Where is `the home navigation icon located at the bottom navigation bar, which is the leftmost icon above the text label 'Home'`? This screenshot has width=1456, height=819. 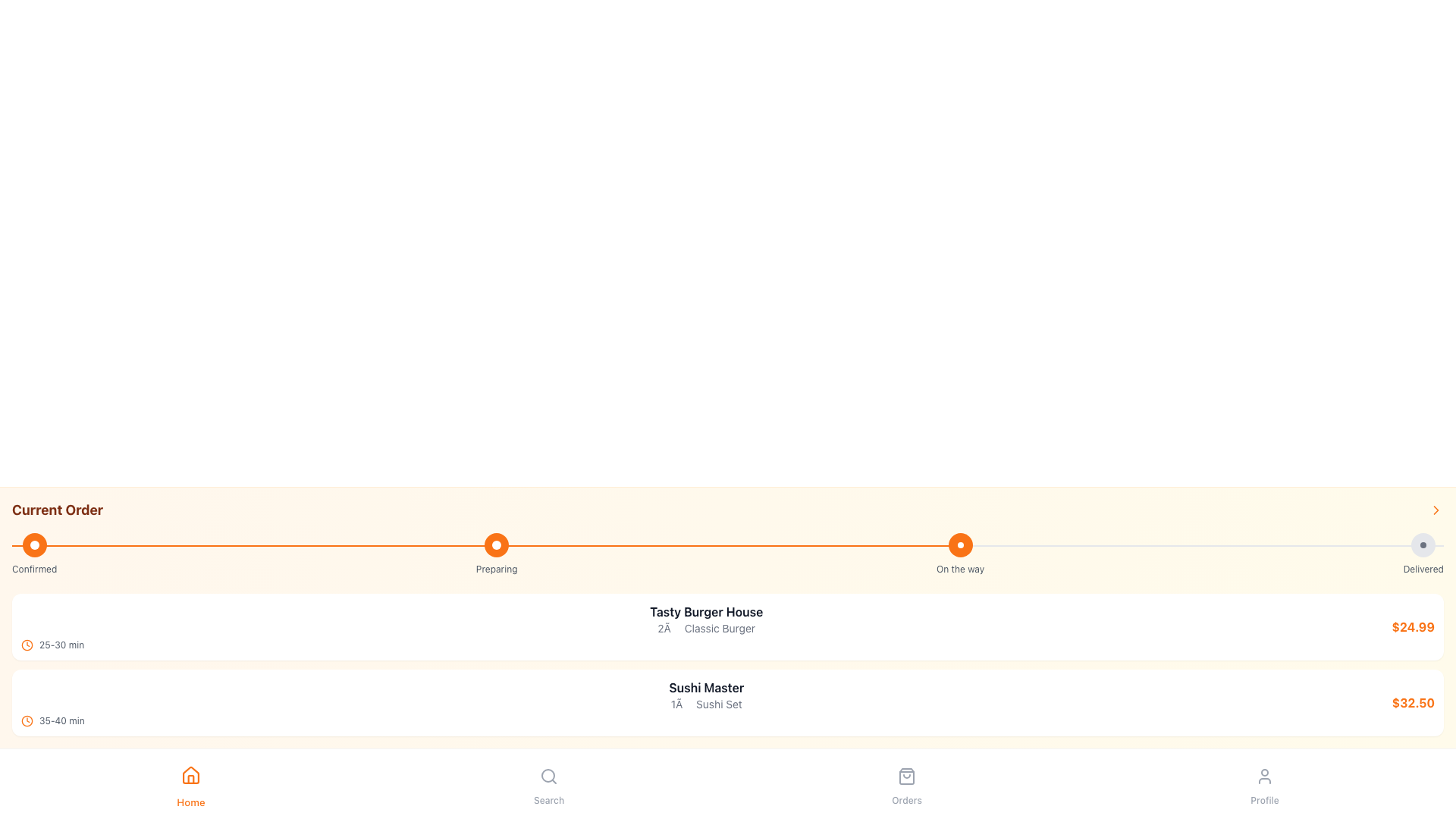
the home navigation icon located at the bottom navigation bar, which is the leftmost icon above the text label 'Home' is located at coordinates (190, 775).